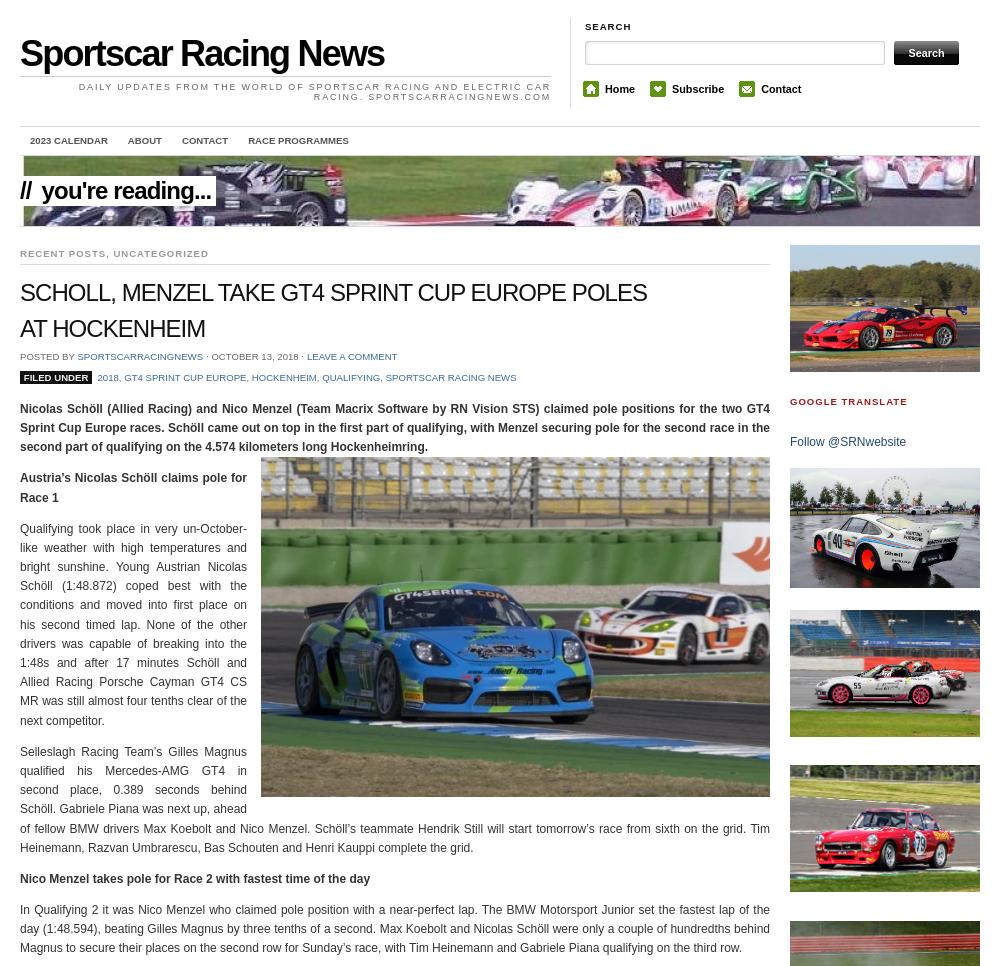 The image size is (1000, 966). Describe the element at coordinates (385, 375) in the screenshot. I see `'sportscar racing news'` at that location.